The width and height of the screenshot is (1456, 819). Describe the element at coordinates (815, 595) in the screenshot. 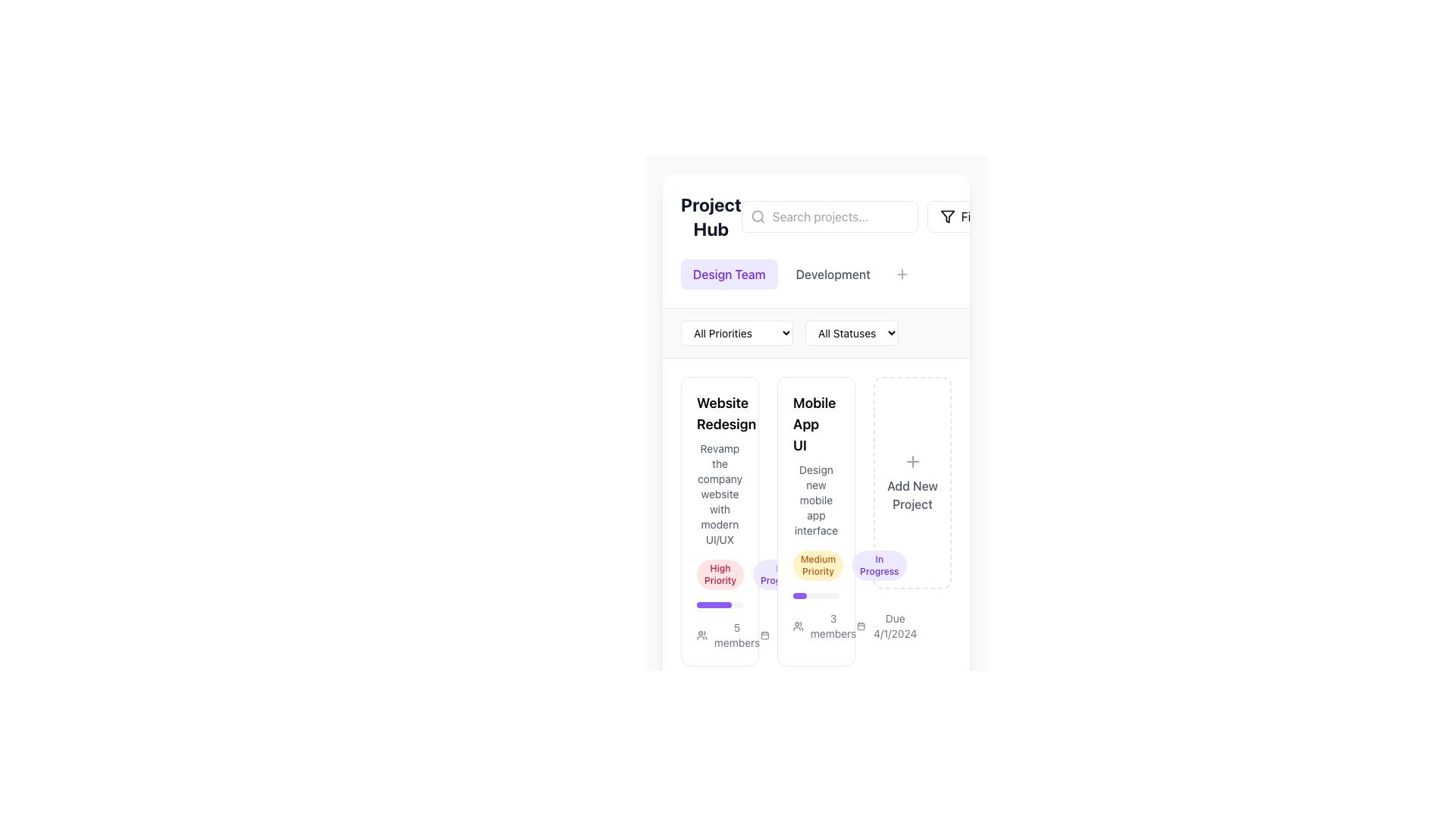

I see `the progress status of the thin horizontal progress bar with round edges, located below the 'Medium Priority' text and above the '3 members' label in the 'Mobile App UI' section` at that location.